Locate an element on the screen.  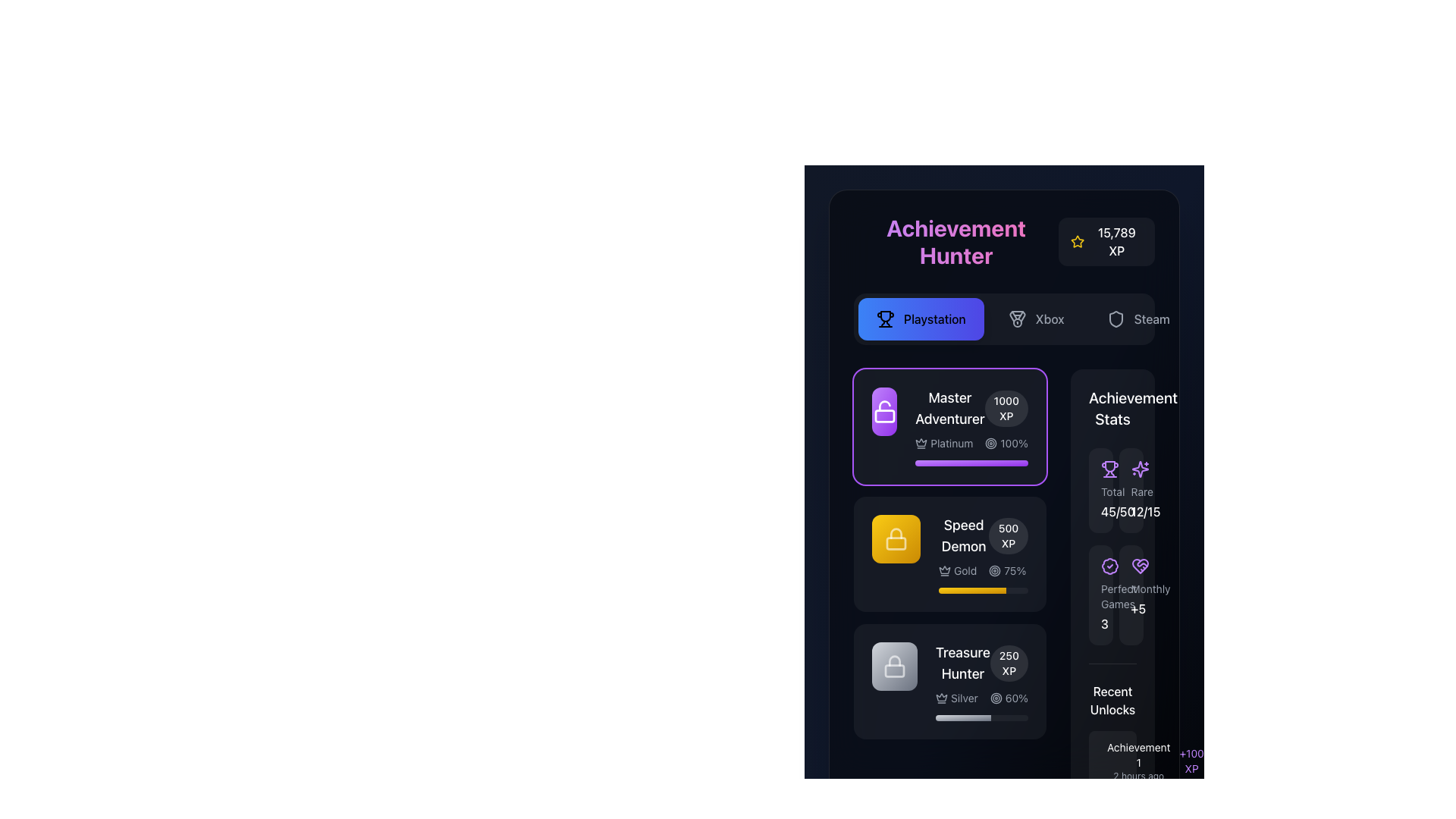
the central star-like SVG graphic icon in the Achievement Stats section, which is styled in purple and is the largest among its siblings is located at coordinates (1140, 468).